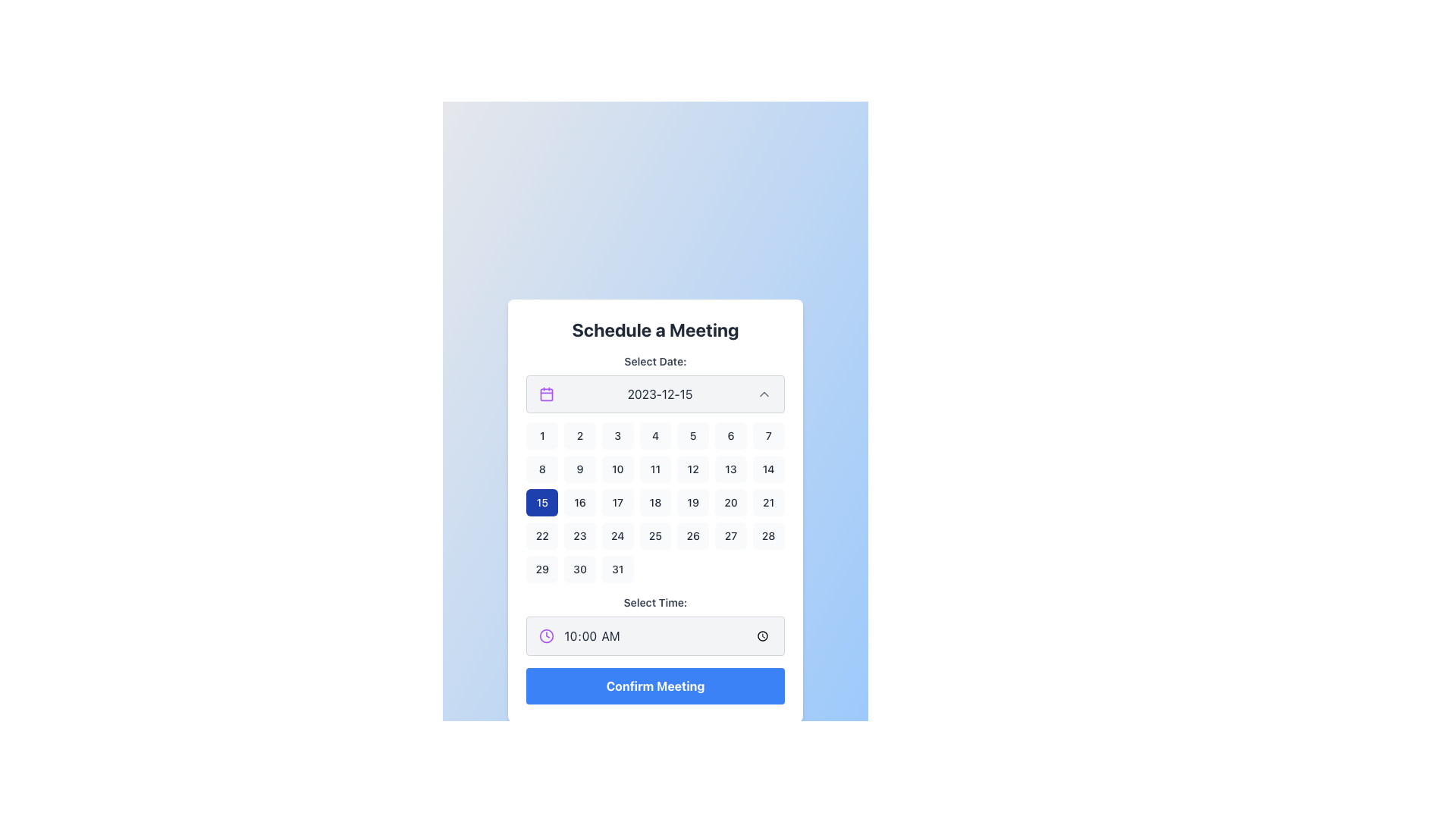  I want to click on the button representing the date '11' in the calendar grid, so click(655, 468).